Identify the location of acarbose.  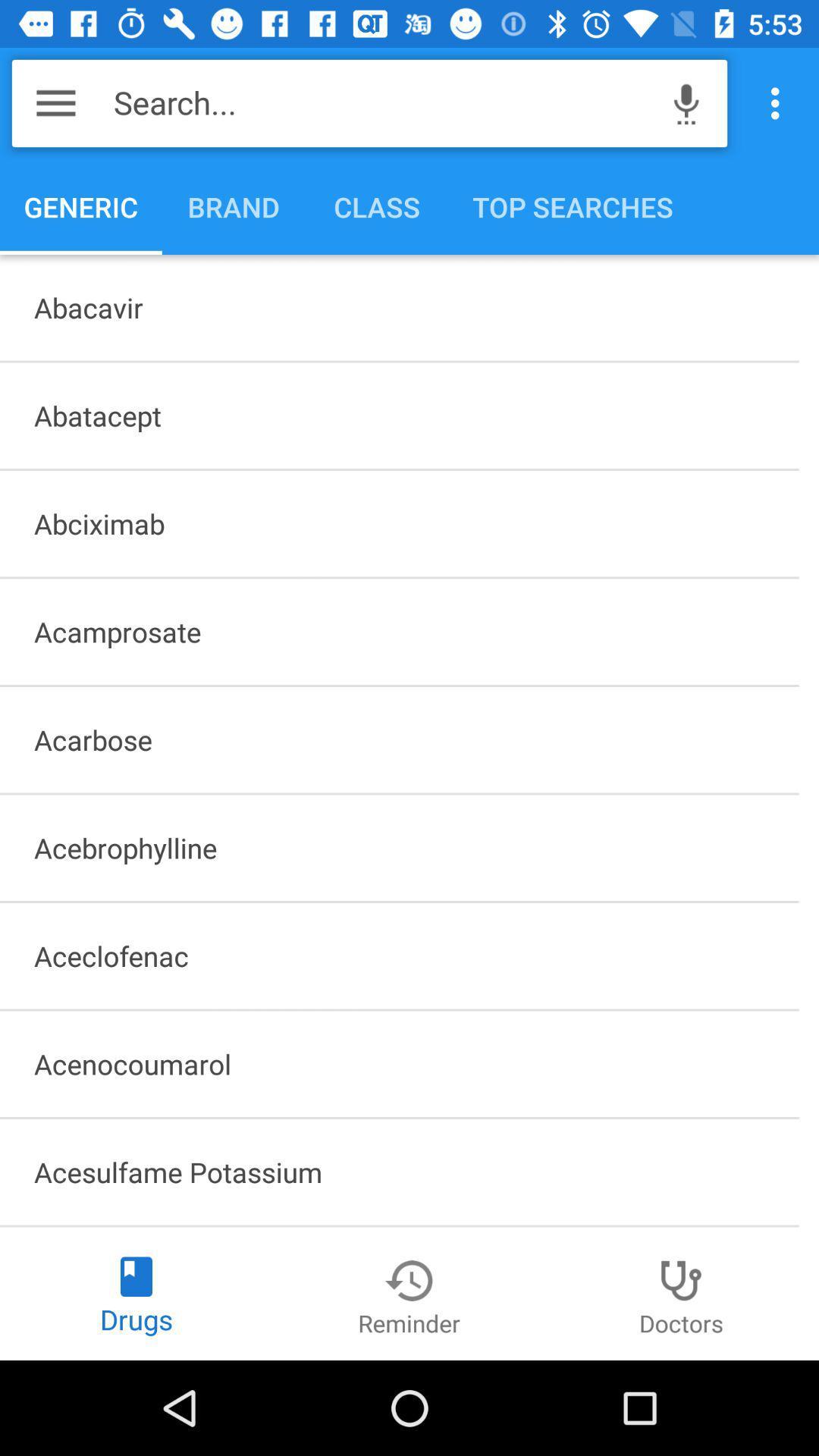
(398, 739).